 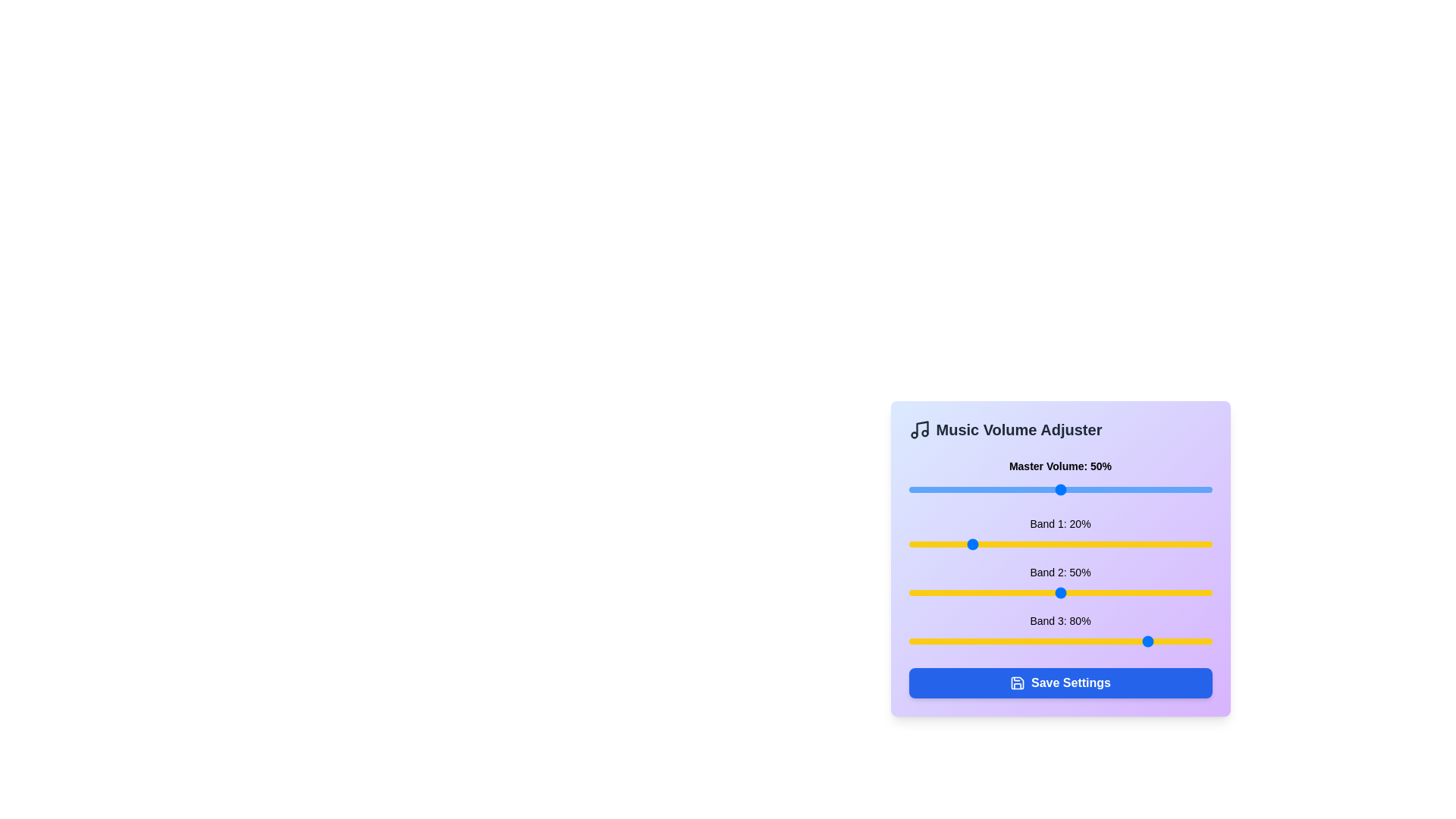 I want to click on the 'Band 3' slider to set a specific intensity value for the parameter, as it is the third slider in a vertical arrangement below 'Band 1' and 'Band 2', so click(x=1059, y=632).